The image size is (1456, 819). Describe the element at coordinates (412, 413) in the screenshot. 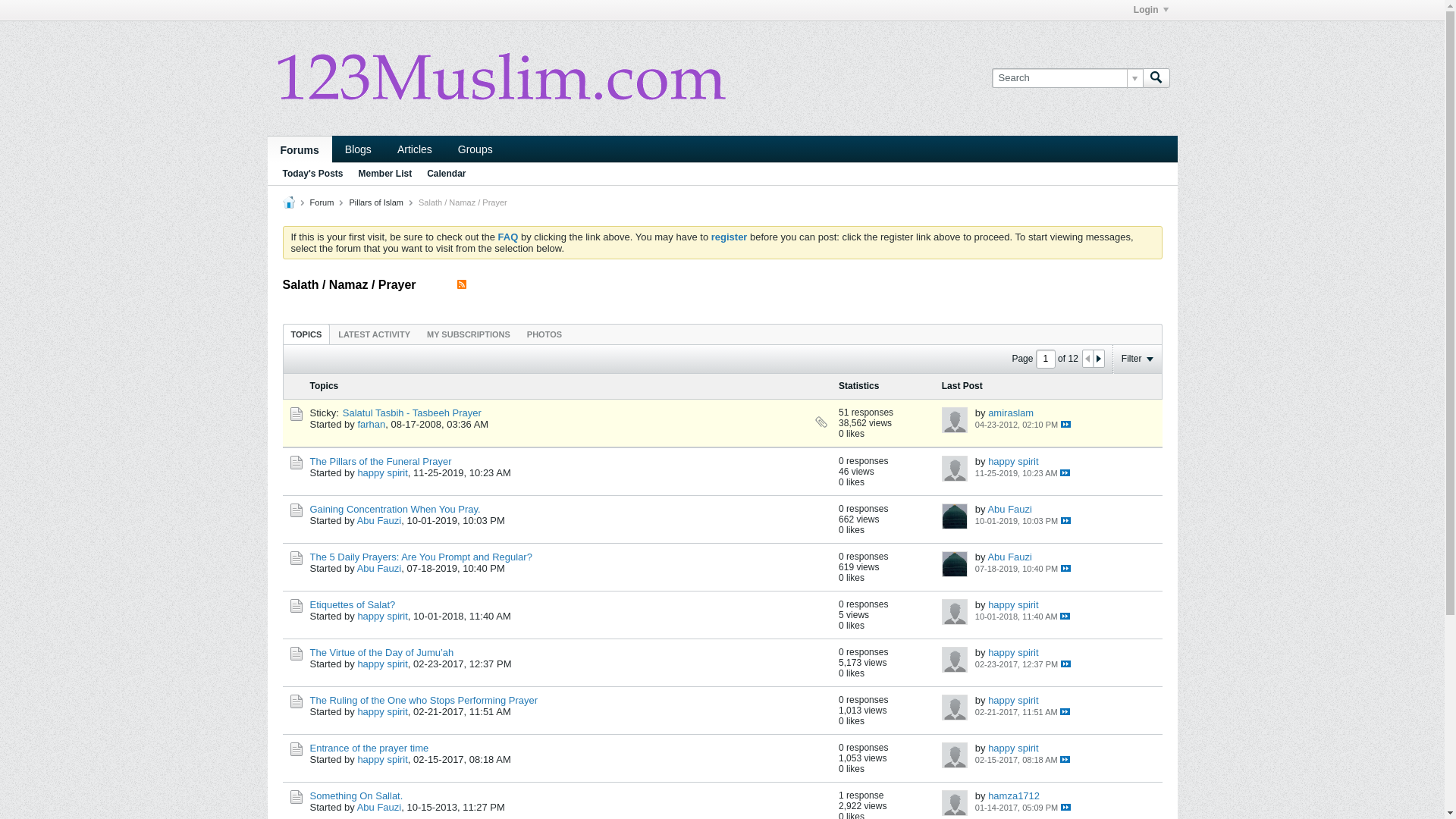

I see `'Salatul Tasbih - Tasbeeh Prayer'` at that location.